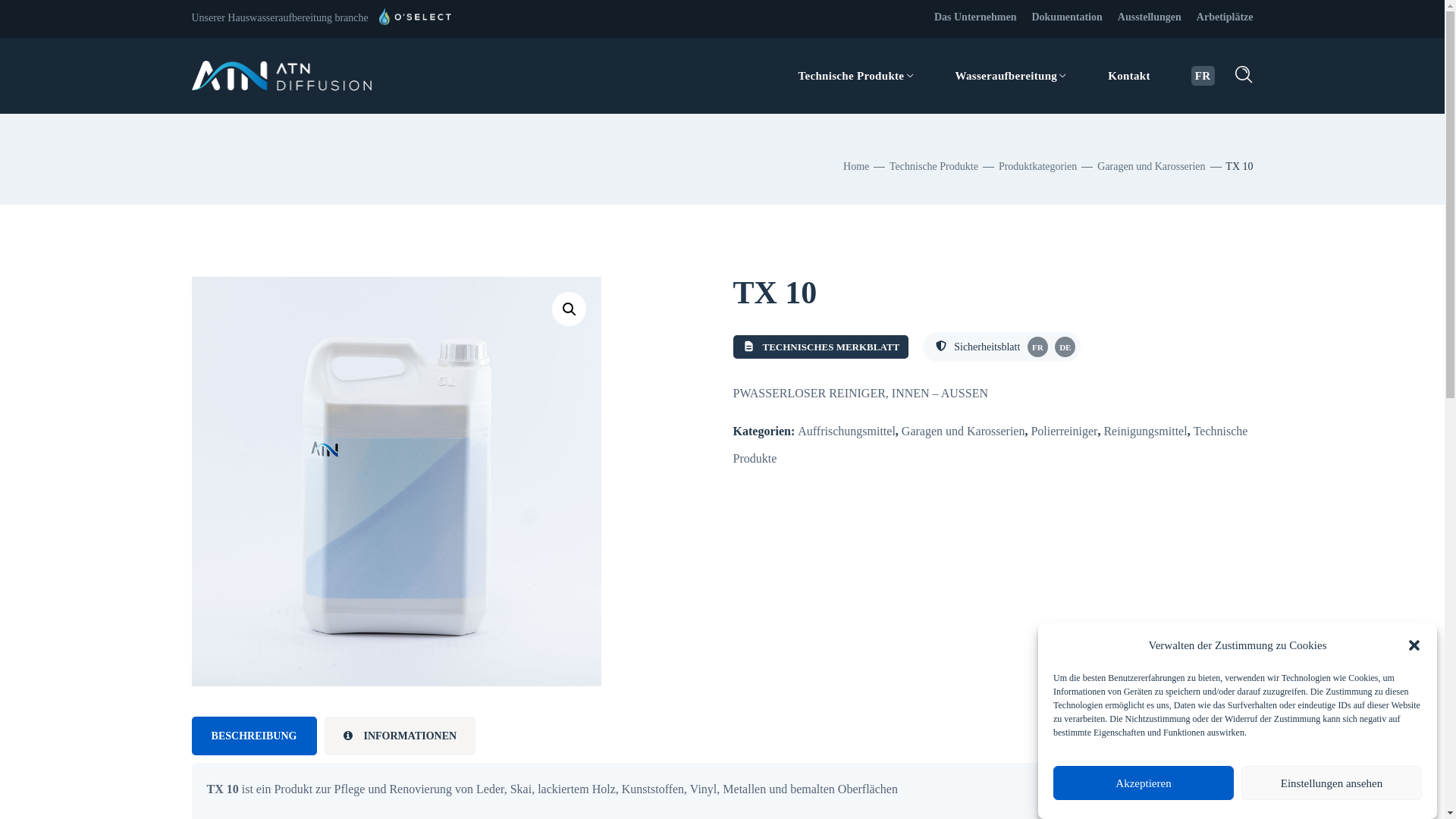  Describe the element at coordinates (1037, 166) in the screenshot. I see `'Produktkategorien'` at that location.